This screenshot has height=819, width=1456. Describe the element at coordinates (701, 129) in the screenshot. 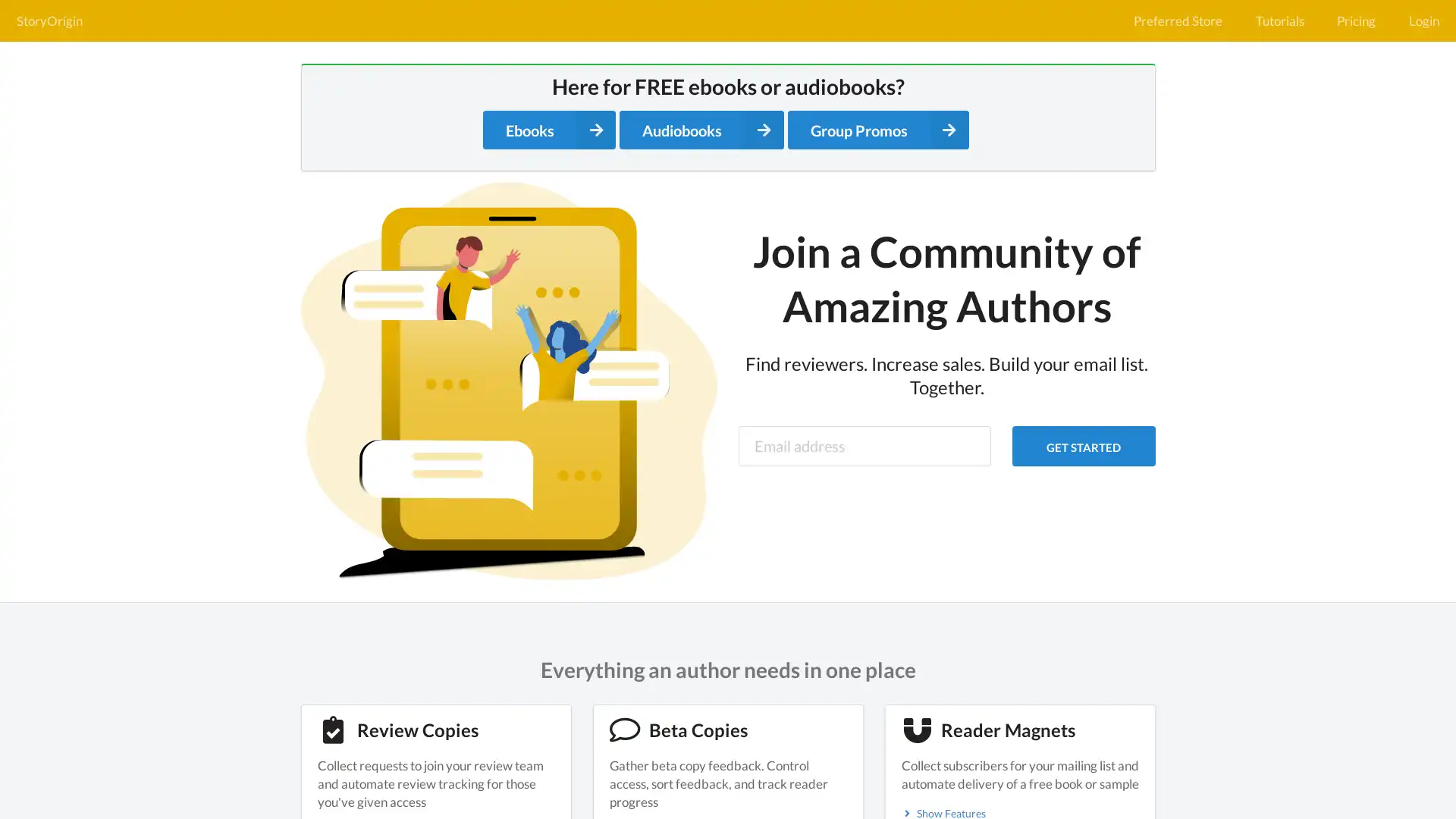

I see `Audiobooks` at that location.